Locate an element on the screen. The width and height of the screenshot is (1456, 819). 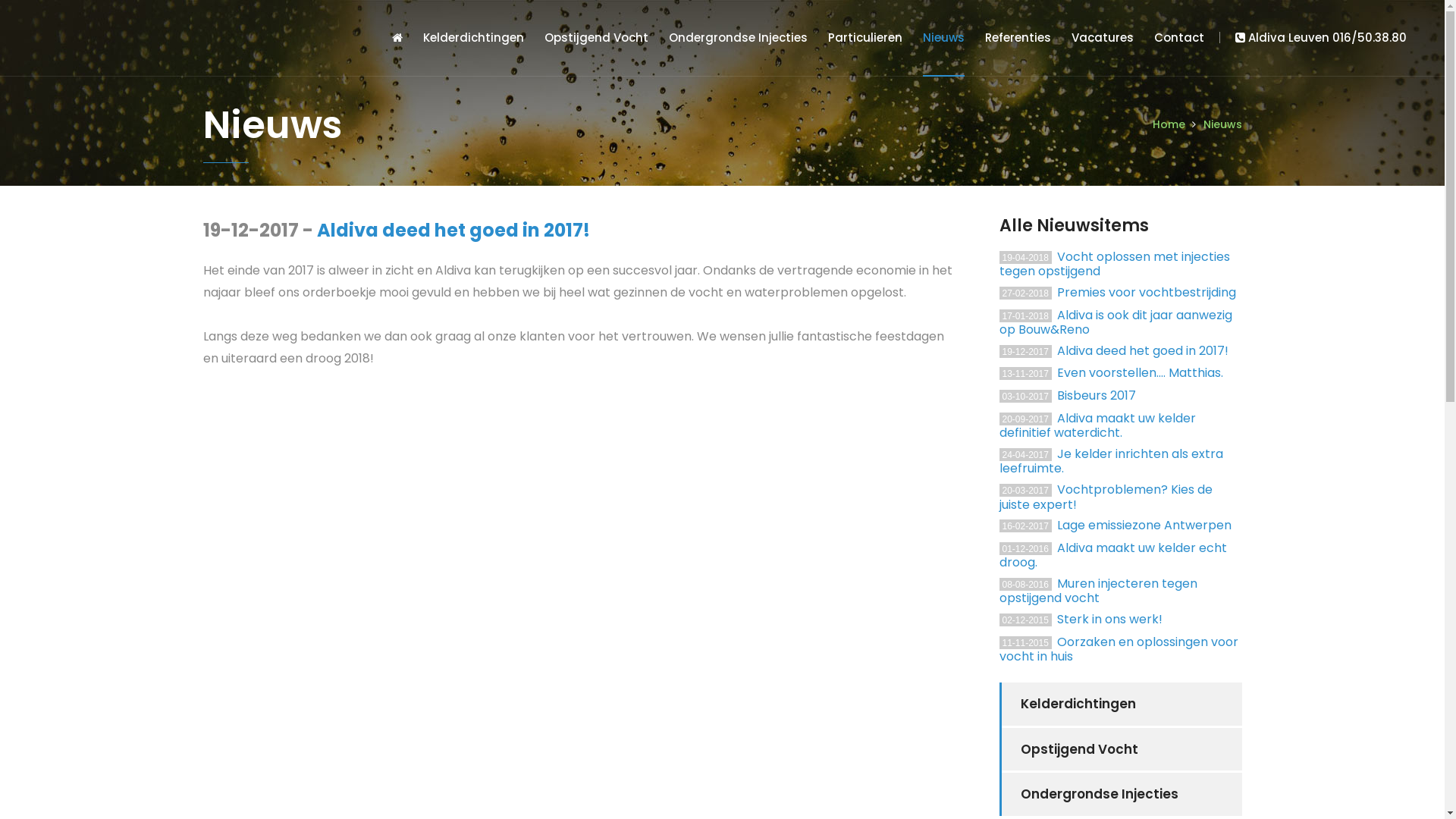
'Muren injecteren tegen opstijgend vocht' is located at coordinates (1098, 590).